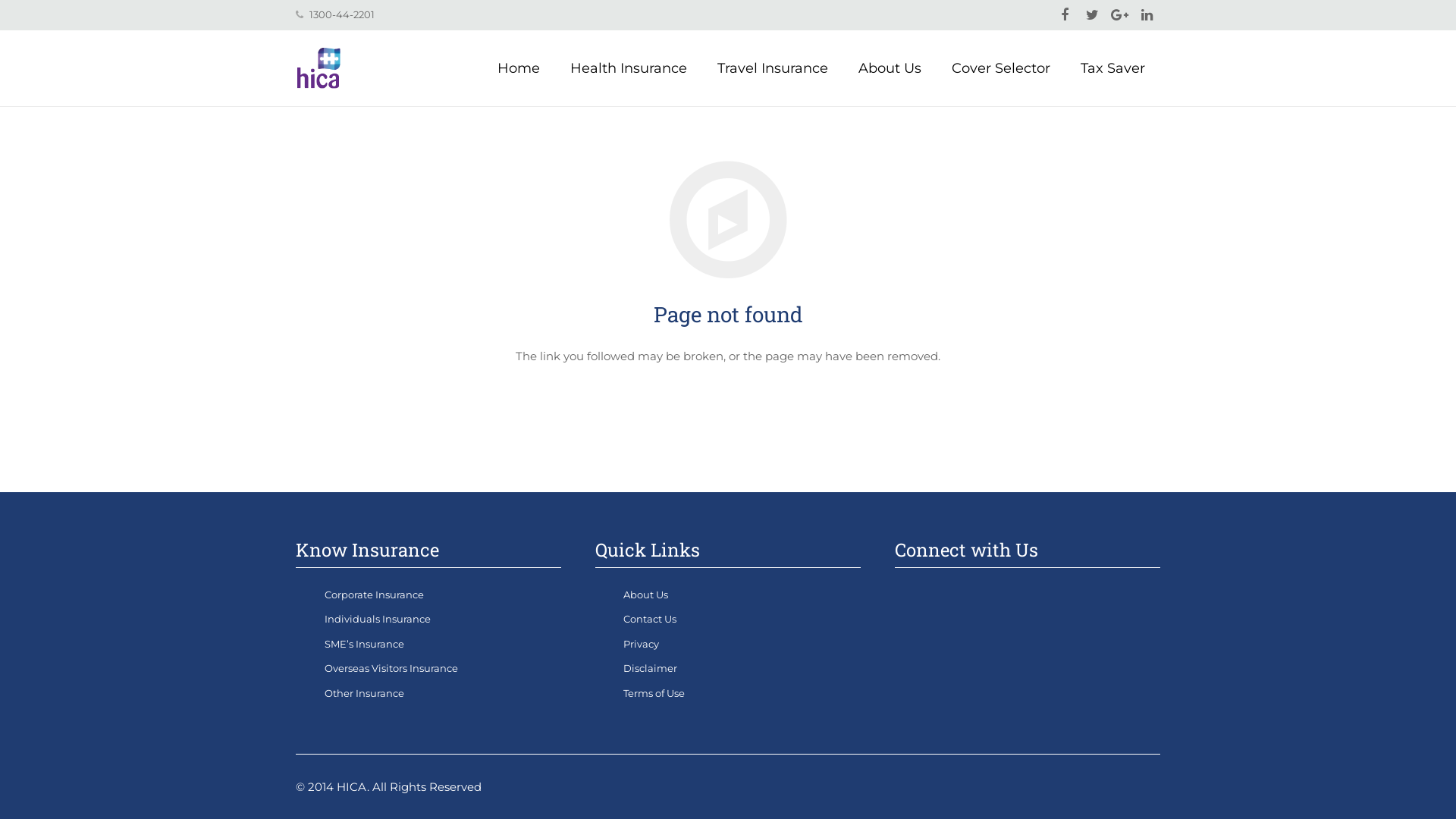  I want to click on 'Other Insurance', so click(364, 693).